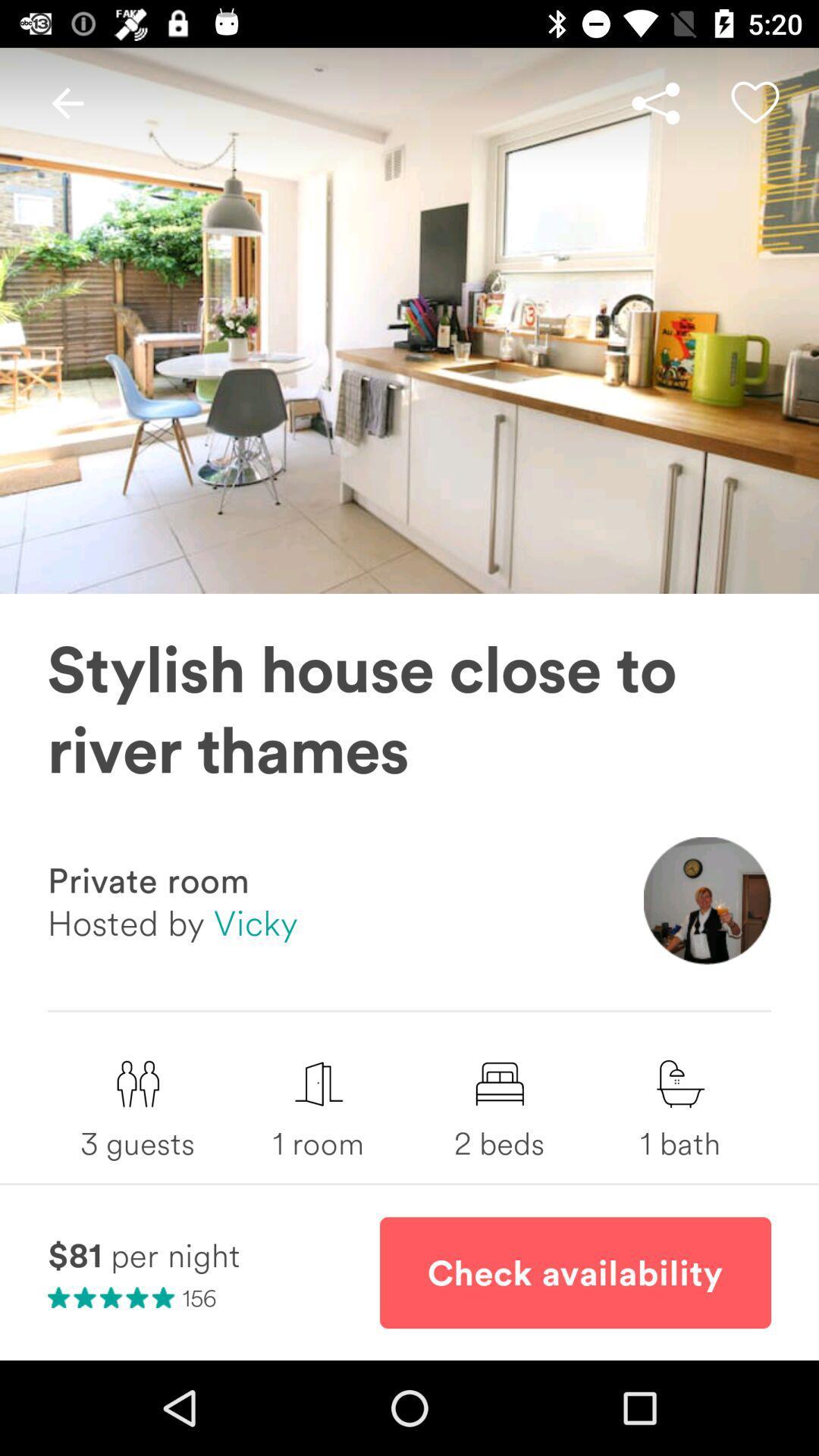  I want to click on icon above the stylish house close item, so click(755, 102).